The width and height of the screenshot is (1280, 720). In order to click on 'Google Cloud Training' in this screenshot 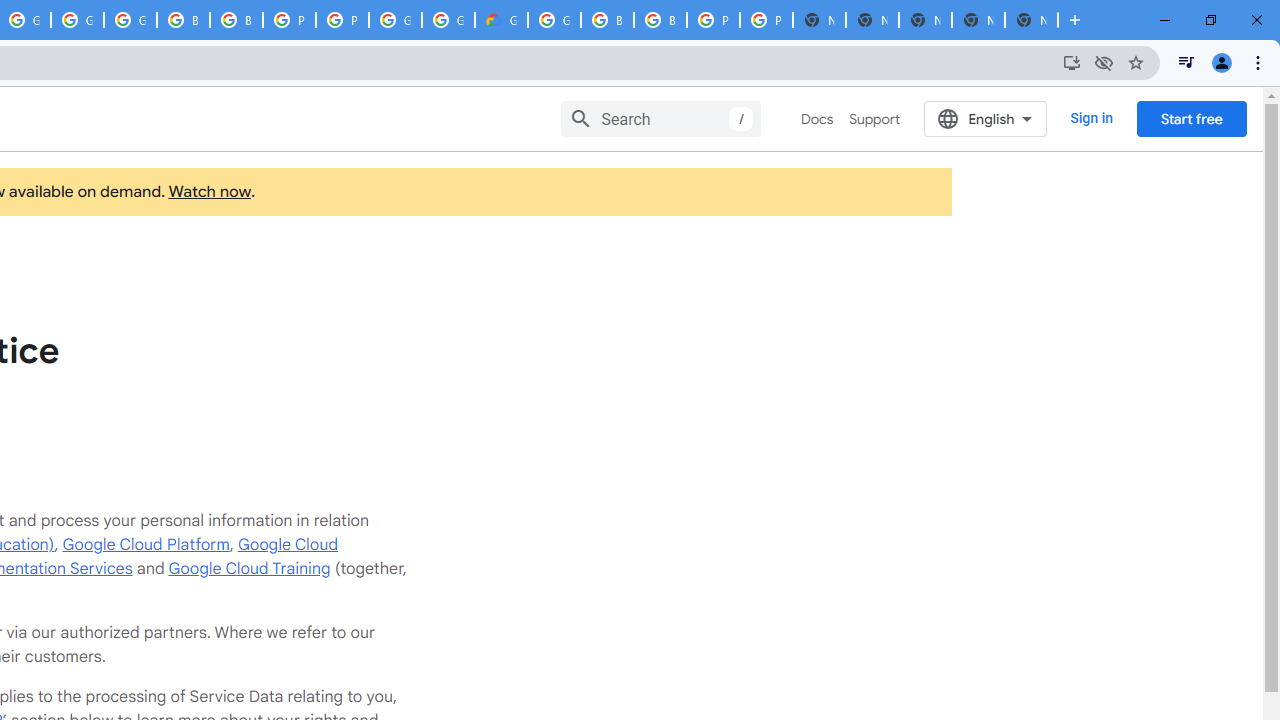, I will do `click(248, 568)`.